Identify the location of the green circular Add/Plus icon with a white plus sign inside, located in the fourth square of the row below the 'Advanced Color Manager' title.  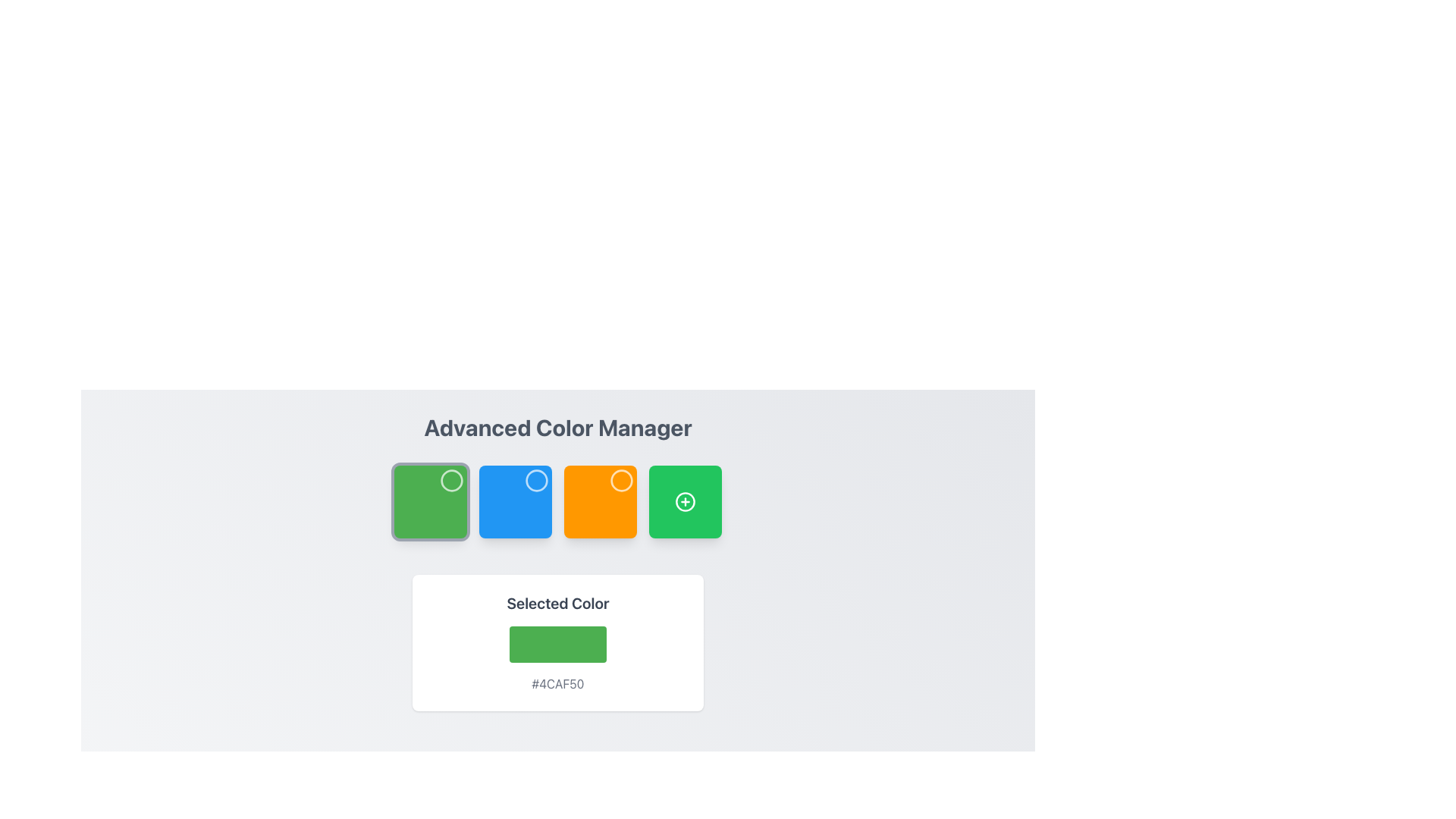
(684, 502).